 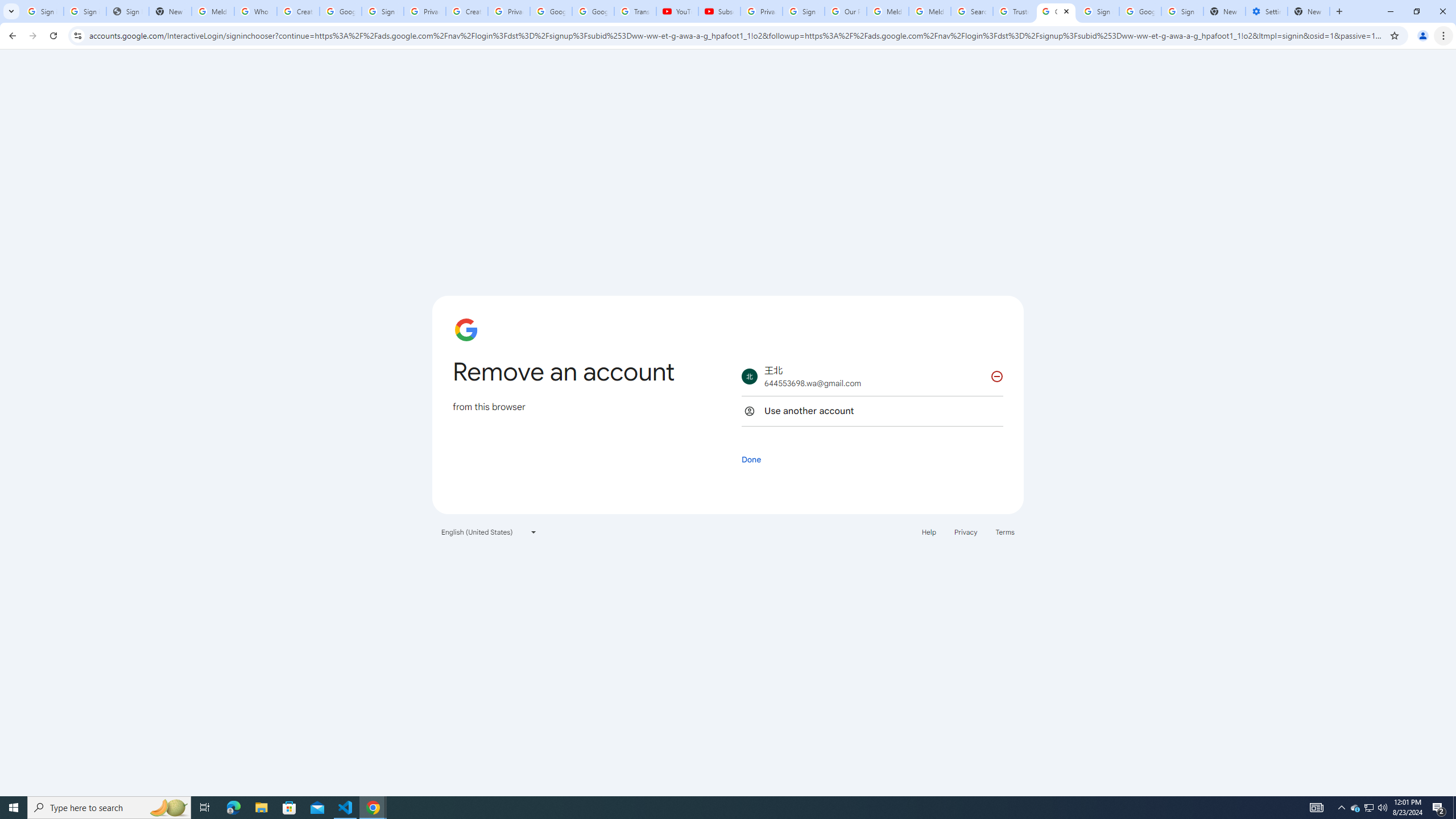 What do you see at coordinates (677, 11) in the screenshot?
I see `'YouTube'` at bounding box center [677, 11].